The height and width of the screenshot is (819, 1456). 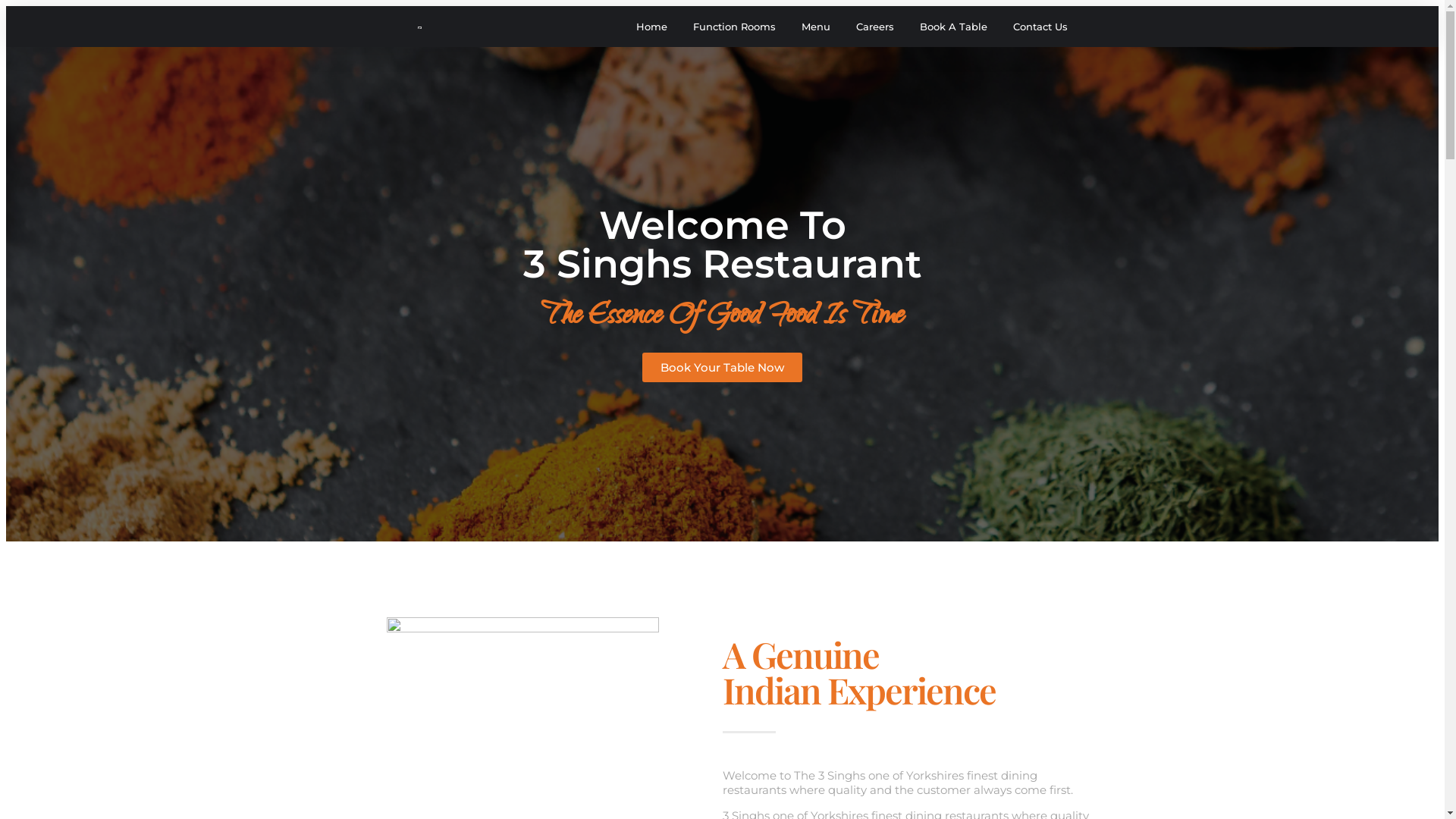 What do you see at coordinates (874, 26) in the screenshot?
I see `'Careers'` at bounding box center [874, 26].